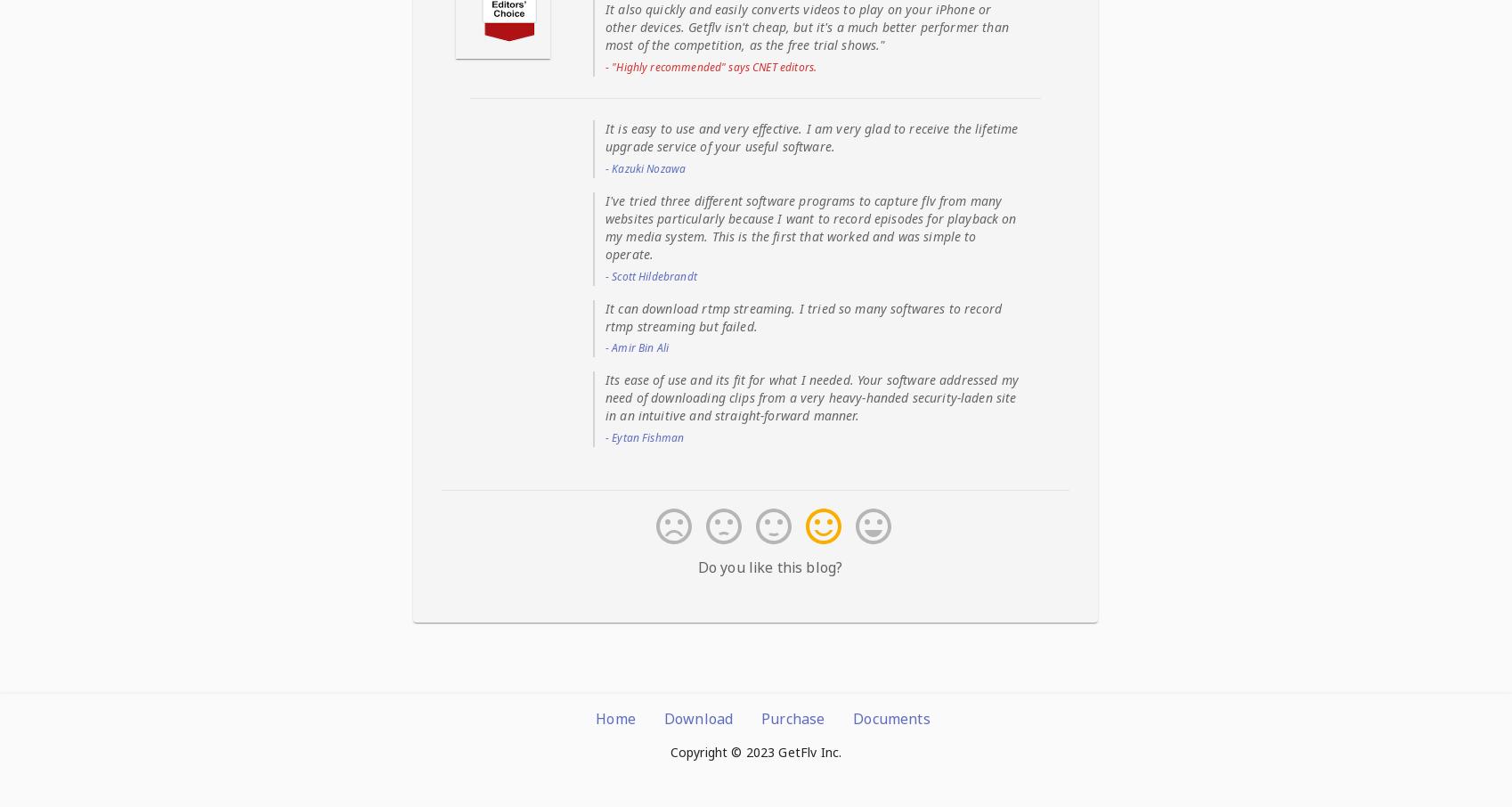  What do you see at coordinates (503, 314) in the screenshot?
I see `': A capture task will cost more than 20% of your CPU. So, The audio and video of captured videos are often out of sync if you run 3 or more capture tasks at same time.'` at bounding box center [503, 314].